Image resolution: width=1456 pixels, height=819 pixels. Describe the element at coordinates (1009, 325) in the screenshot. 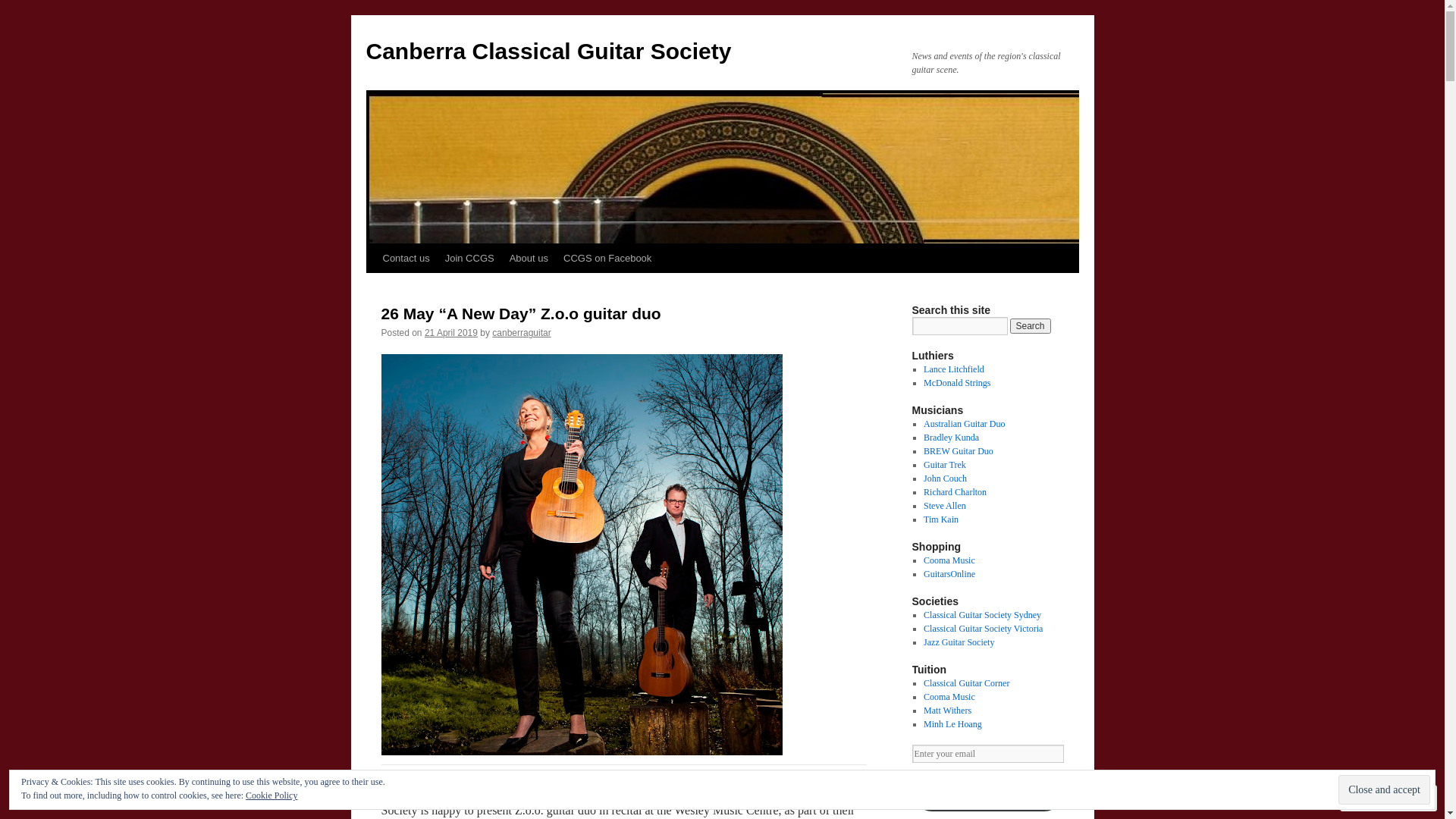

I see `'Search'` at that location.